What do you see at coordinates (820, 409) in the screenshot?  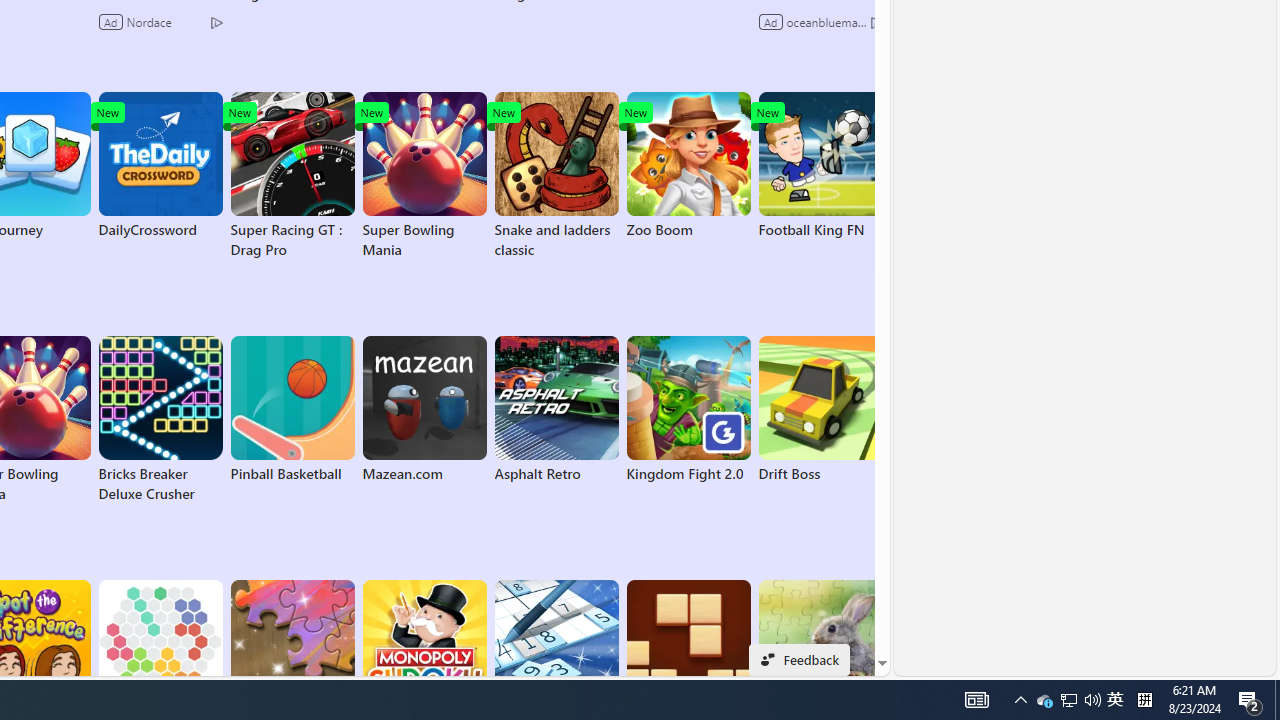 I see `'Drift Boss'` at bounding box center [820, 409].